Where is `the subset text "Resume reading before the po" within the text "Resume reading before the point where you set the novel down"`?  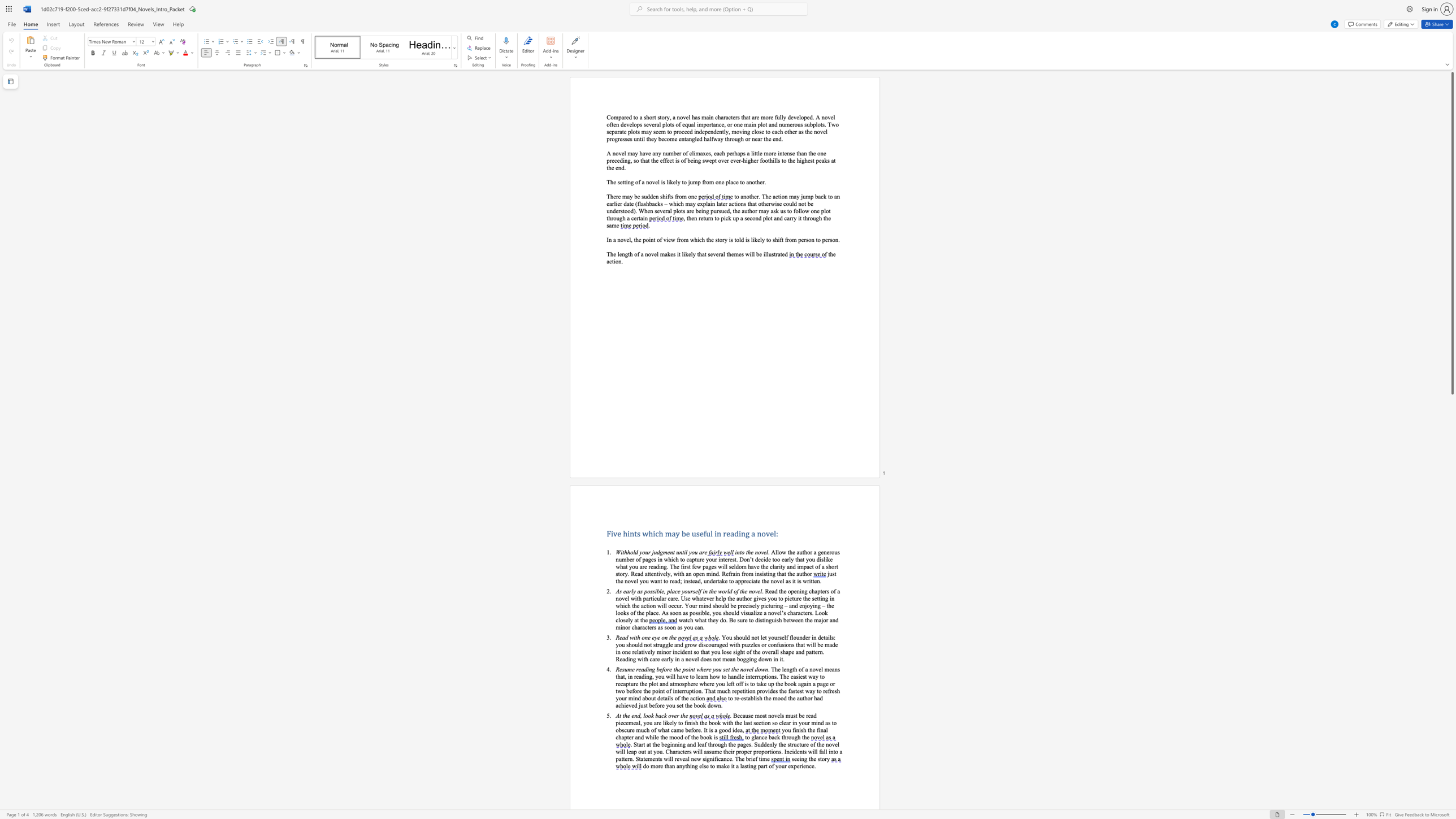
the subset text "Resume reading before the po" within the text "Resume reading before the point where you set the novel down" is located at coordinates (615, 669).